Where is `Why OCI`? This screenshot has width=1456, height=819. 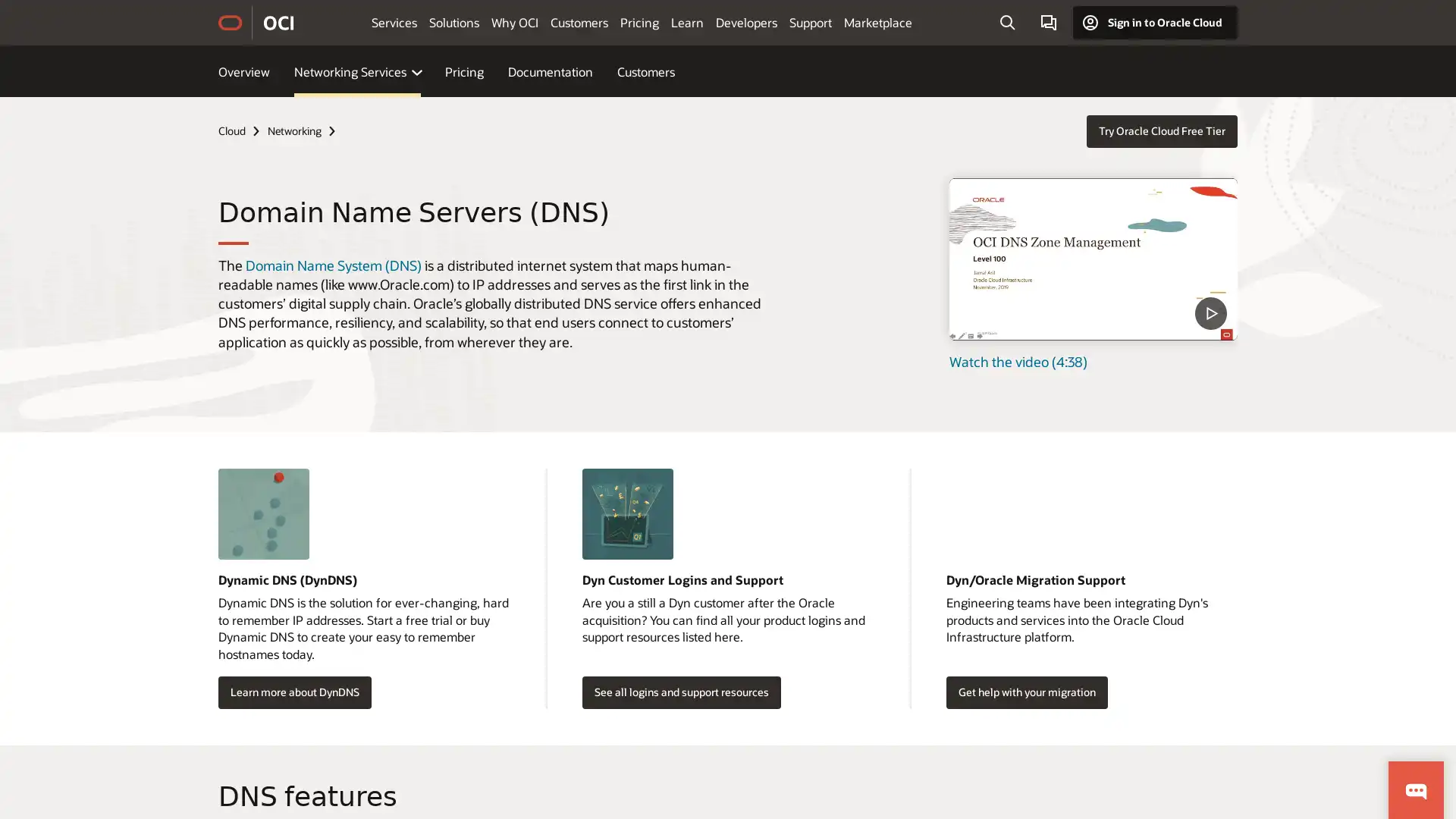
Why OCI is located at coordinates (514, 22).